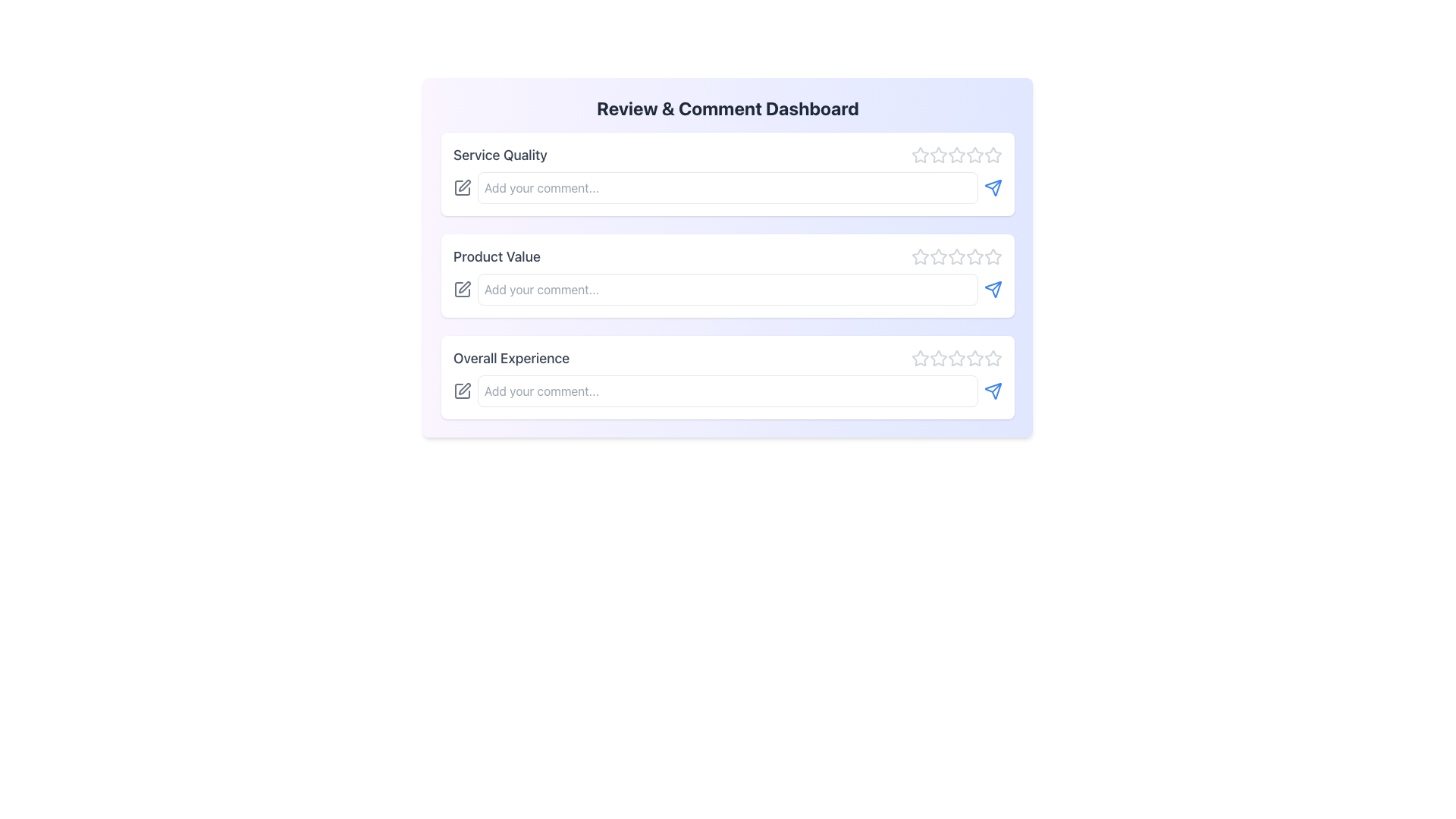 The image size is (1456, 819). Describe the element at coordinates (728, 289) in the screenshot. I see `the input field labeled 'Add your comment...' in the Comment Input Section of the 'Product Value' card to trigger a tooltip or other interaction` at that location.